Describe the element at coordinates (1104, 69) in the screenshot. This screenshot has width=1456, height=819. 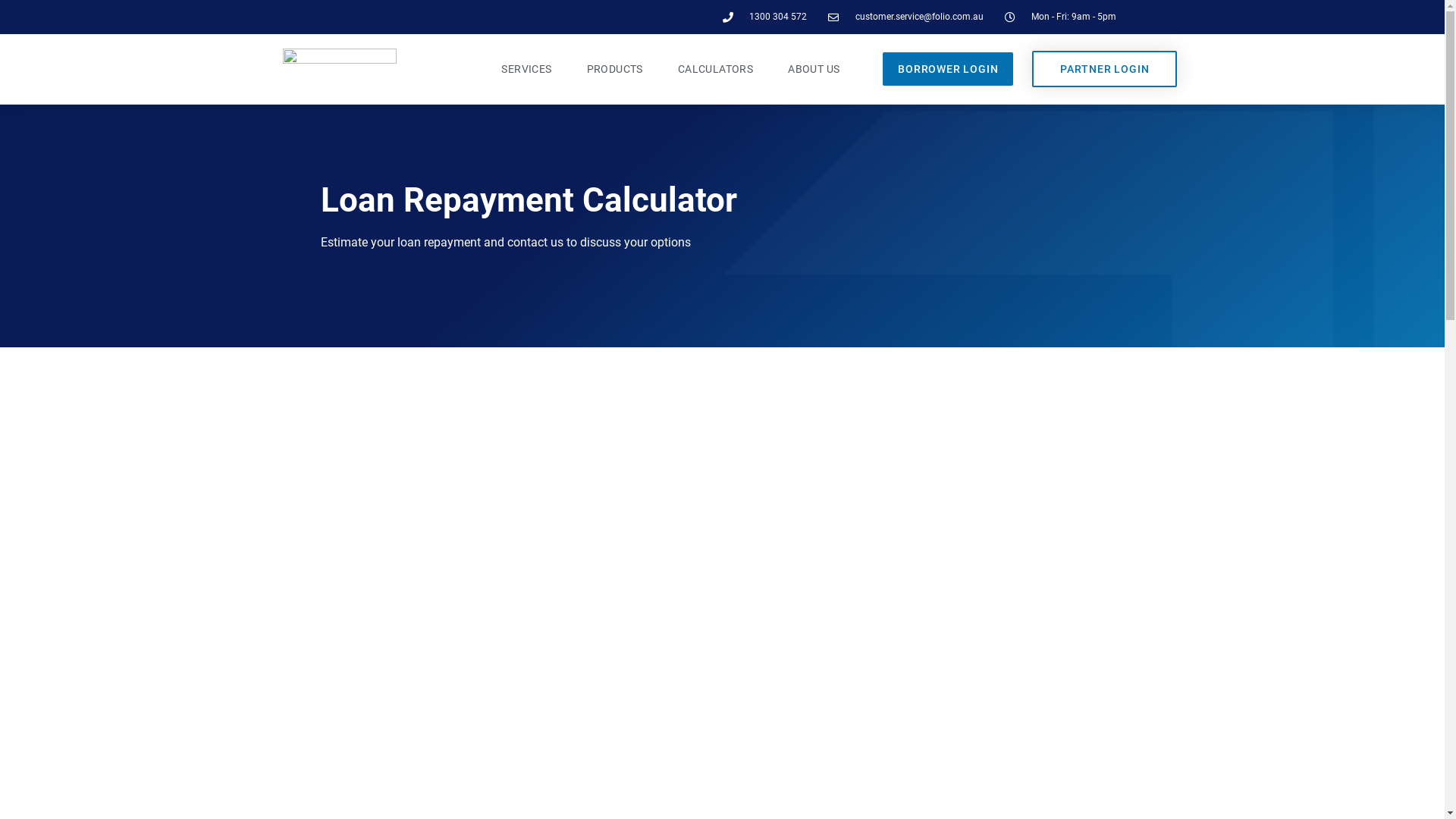
I see `'PARTNER LOGIN'` at that location.